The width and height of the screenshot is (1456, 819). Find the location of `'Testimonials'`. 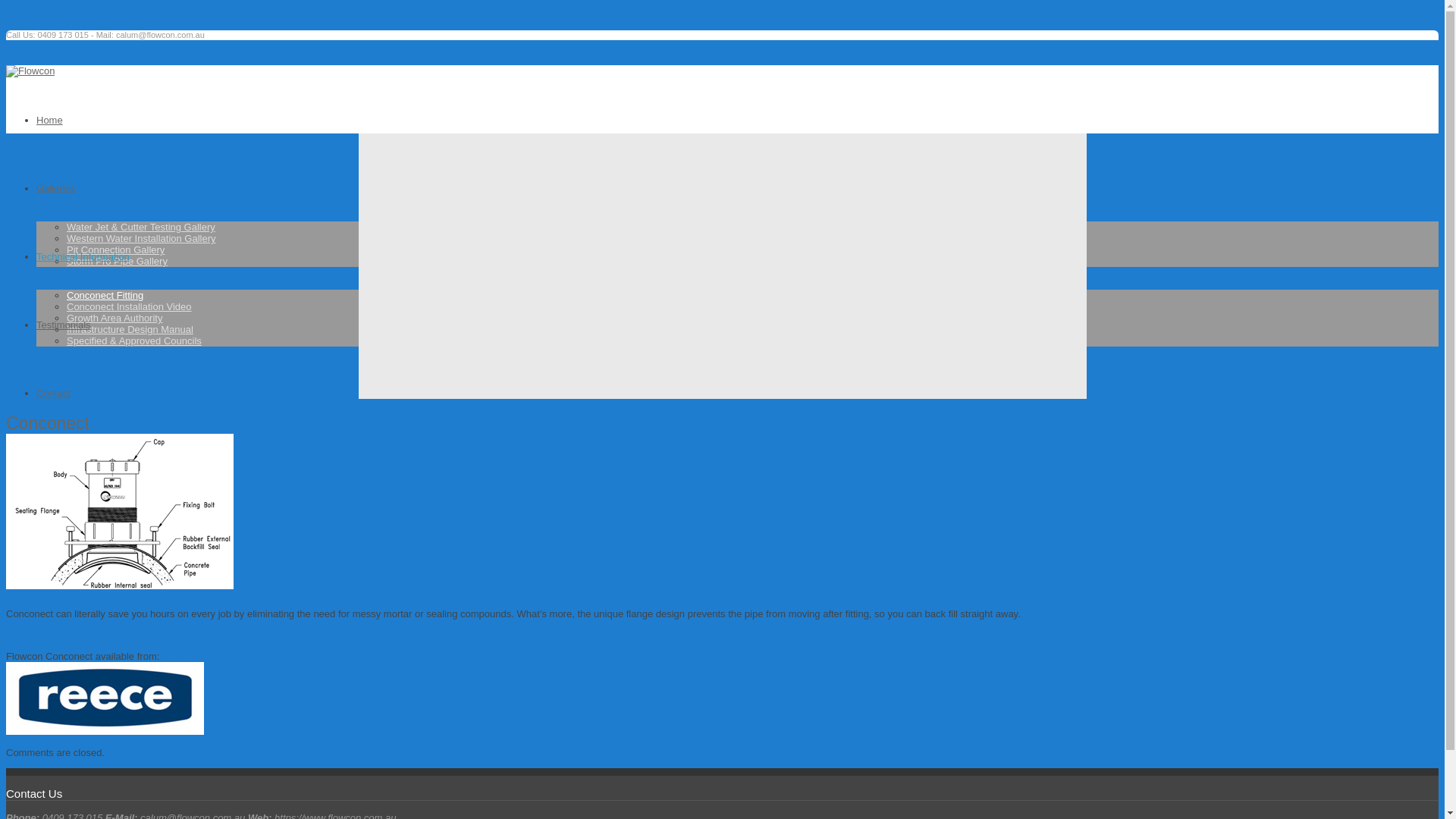

'Testimonials' is located at coordinates (62, 324).